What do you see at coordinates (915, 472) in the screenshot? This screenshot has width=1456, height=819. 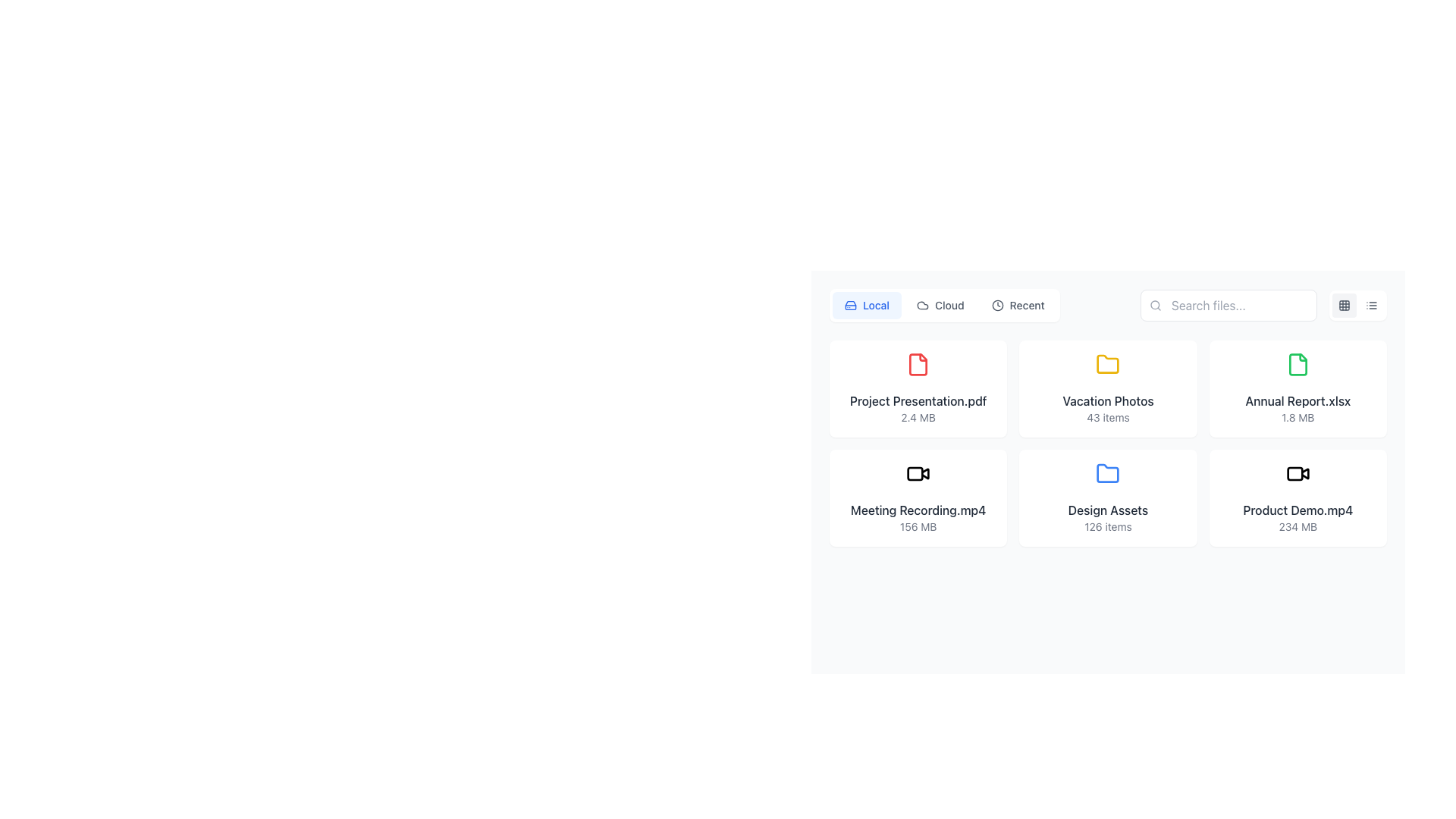 I see `Icon component (SVG rectangle) representing the main body of the camera icon located in the lower right corner of the meeting recording tile` at bounding box center [915, 472].